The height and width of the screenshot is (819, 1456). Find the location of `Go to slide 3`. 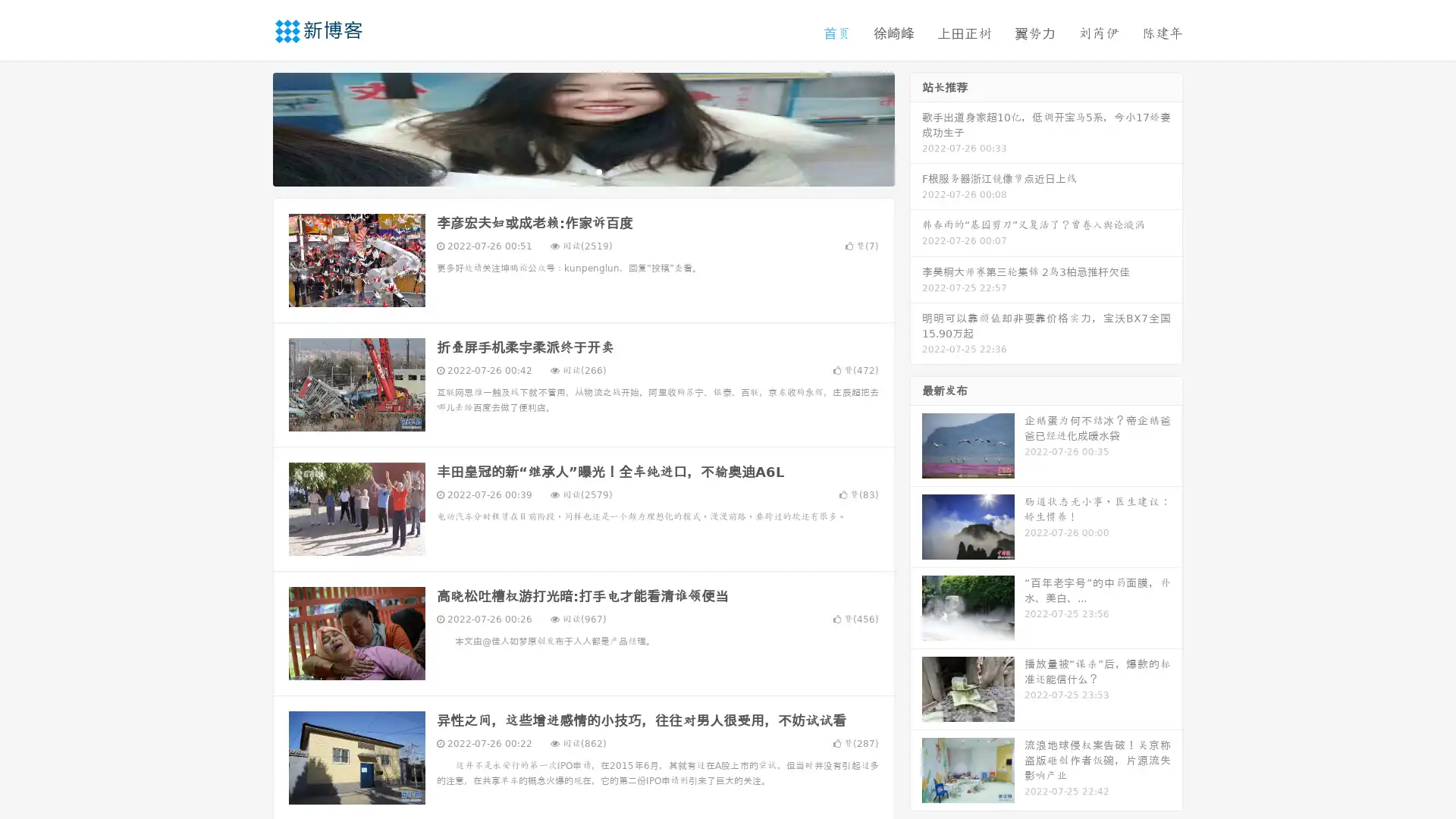

Go to slide 3 is located at coordinates (598, 171).